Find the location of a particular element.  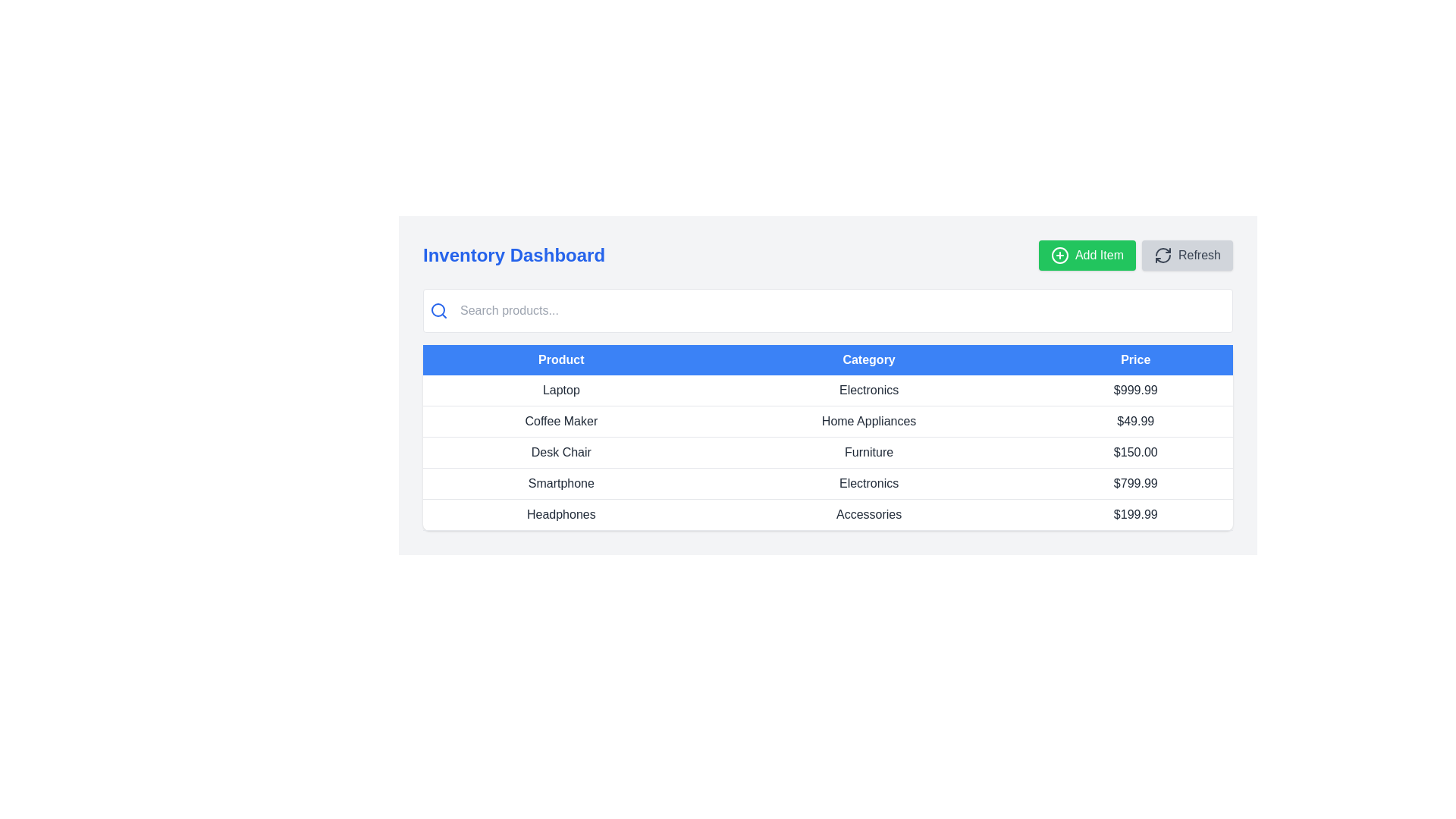

the 'Coffee Maker' label in the inventory list, which is located in the second row under the 'Product' column, positioned to the left of 'Home Appliances' and above '$49.99' is located at coordinates (560, 421).